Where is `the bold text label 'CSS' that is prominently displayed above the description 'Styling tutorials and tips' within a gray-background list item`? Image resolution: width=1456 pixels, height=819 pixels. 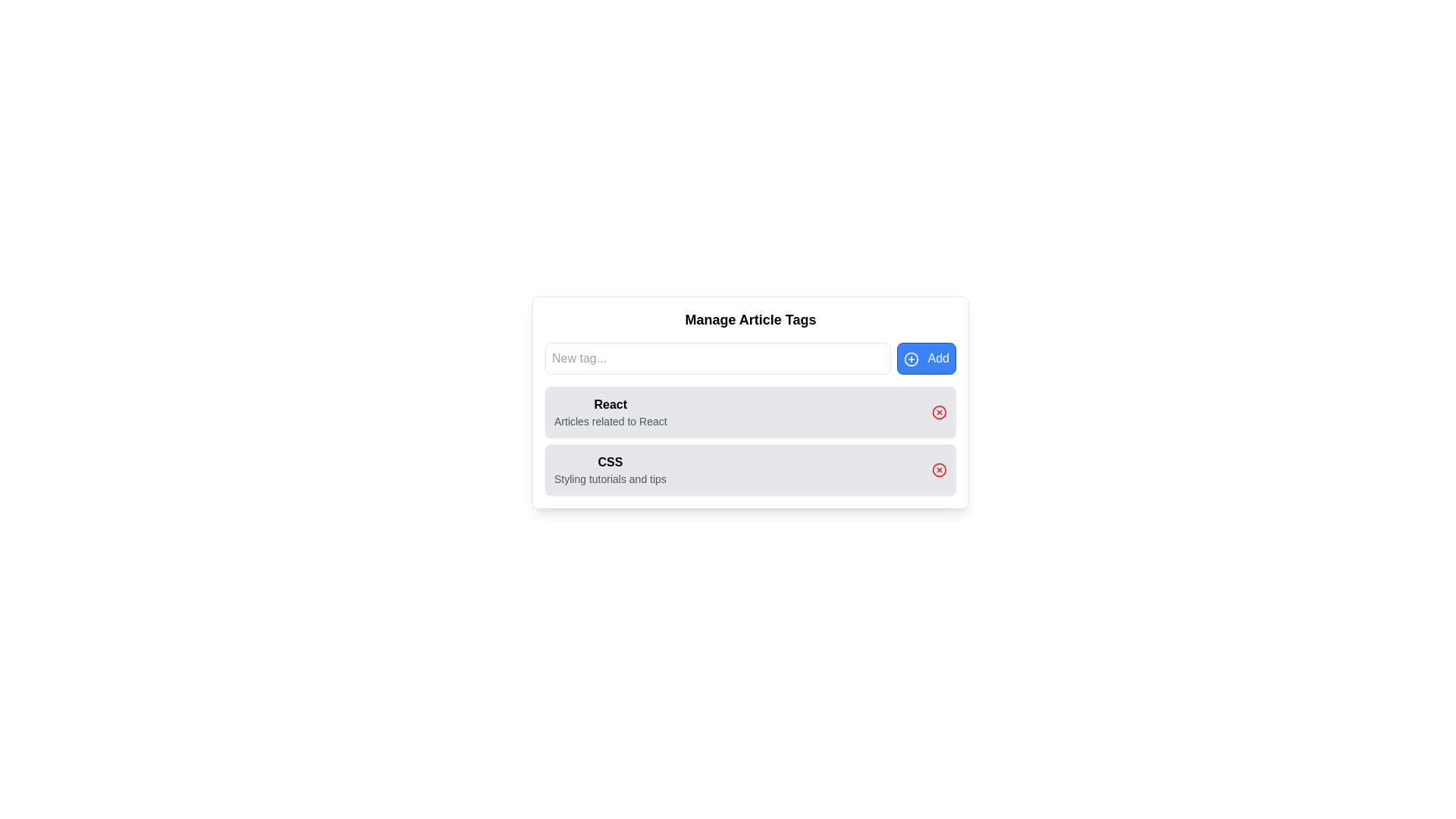
the bold text label 'CSS' that is prominently displayed above the description 'Styling tutorials and tips' within a gray-background list item is located at coordinates (610, 461).